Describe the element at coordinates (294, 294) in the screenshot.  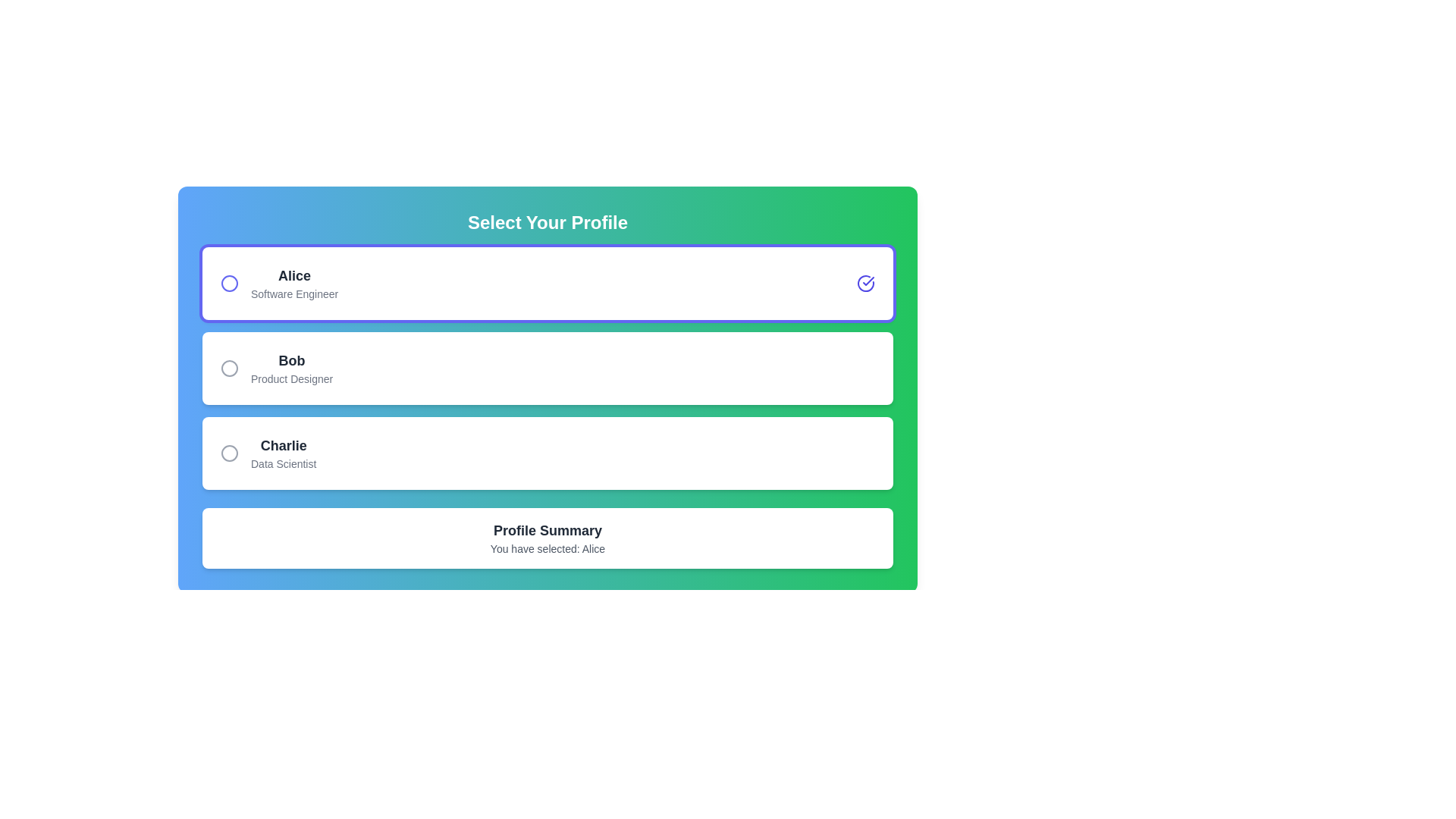
I see `the text label displaying 'Software Engineer', which is located below the larger label 'Alice' in the first profile selection card` at that location.